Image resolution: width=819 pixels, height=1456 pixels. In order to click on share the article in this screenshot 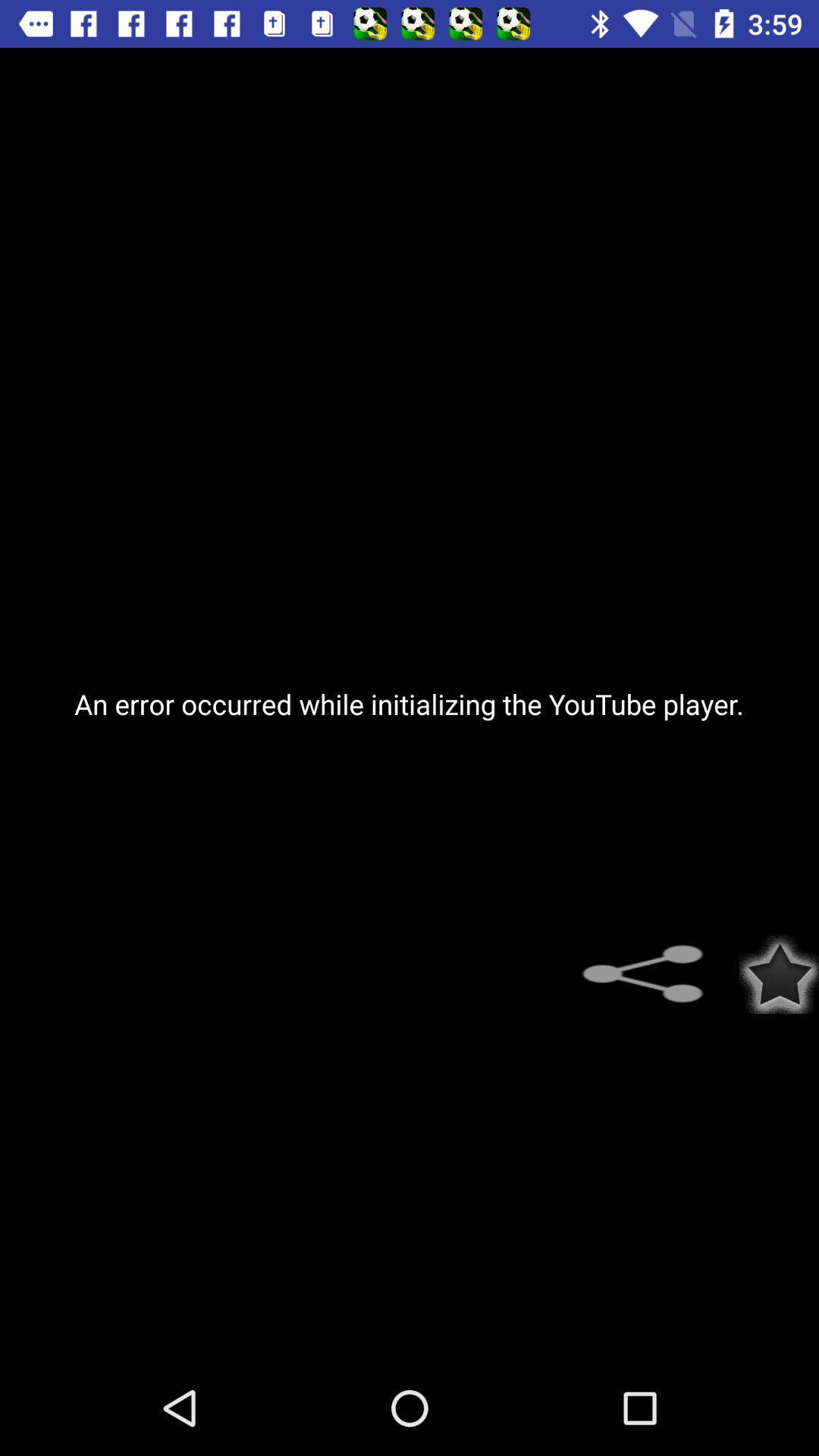, I will do `click(651, 974)`.